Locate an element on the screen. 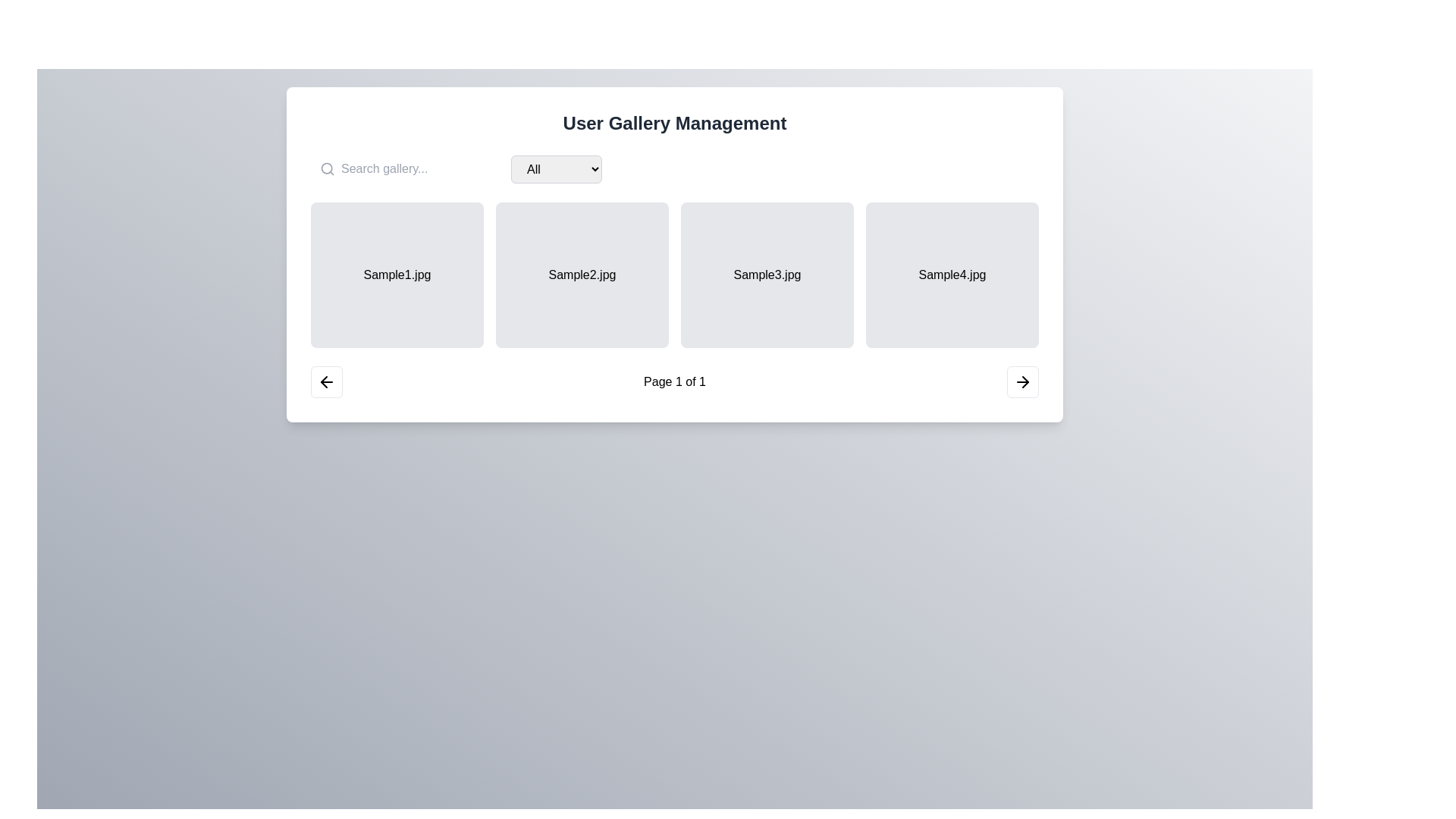 The width and height of the screenshot is (1456, 819). the Card element representing the gallery item 'Sample3.jpg' located in the third position of the grid layout within the 'User Gallery Management' panel is located at coordinates (767, 275).